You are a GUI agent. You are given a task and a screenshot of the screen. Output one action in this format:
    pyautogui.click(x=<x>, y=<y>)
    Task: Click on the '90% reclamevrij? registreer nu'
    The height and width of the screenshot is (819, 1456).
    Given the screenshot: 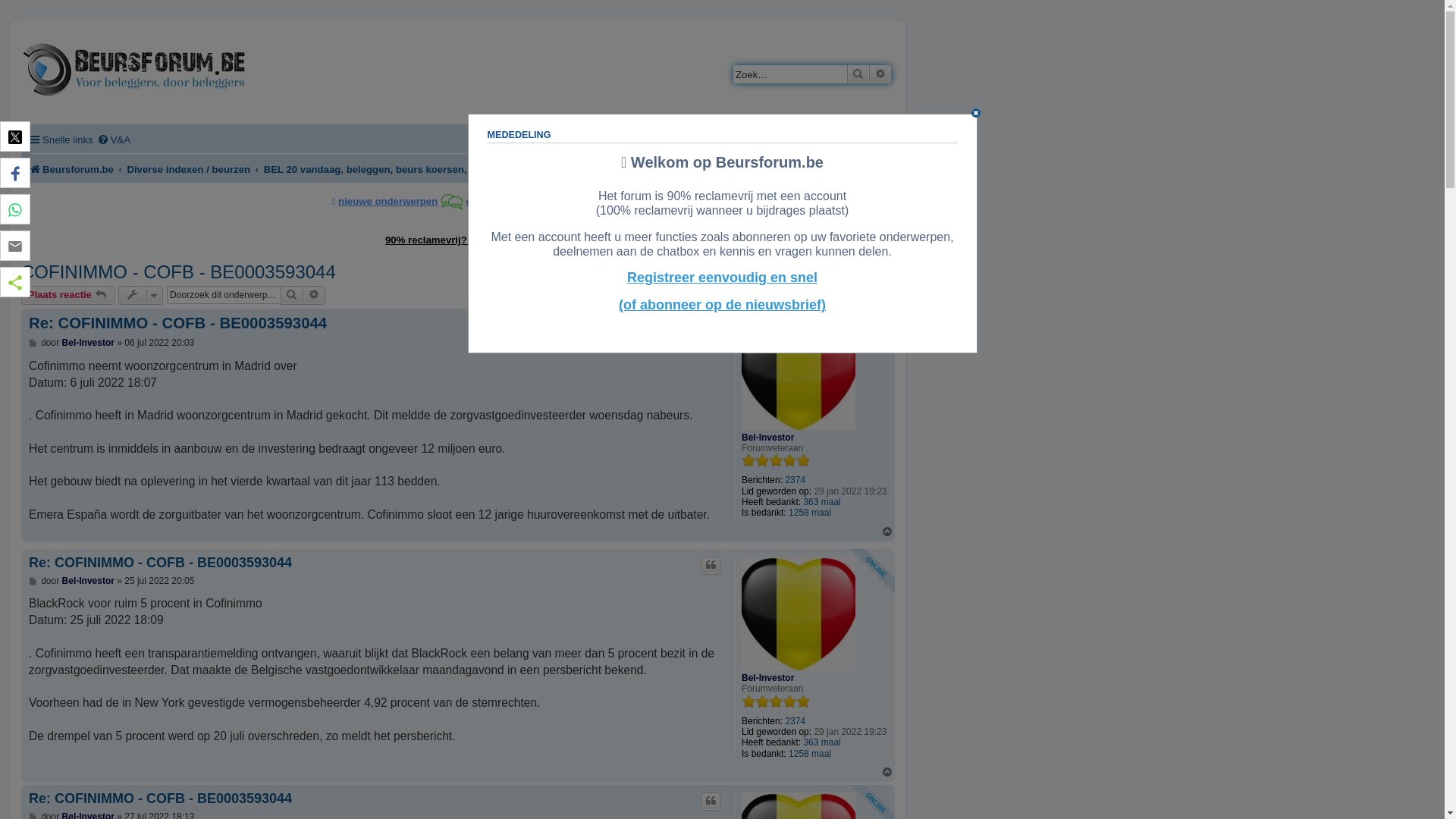 What is the action you would take?
    pyautogui.click(x=457, y=239)
    